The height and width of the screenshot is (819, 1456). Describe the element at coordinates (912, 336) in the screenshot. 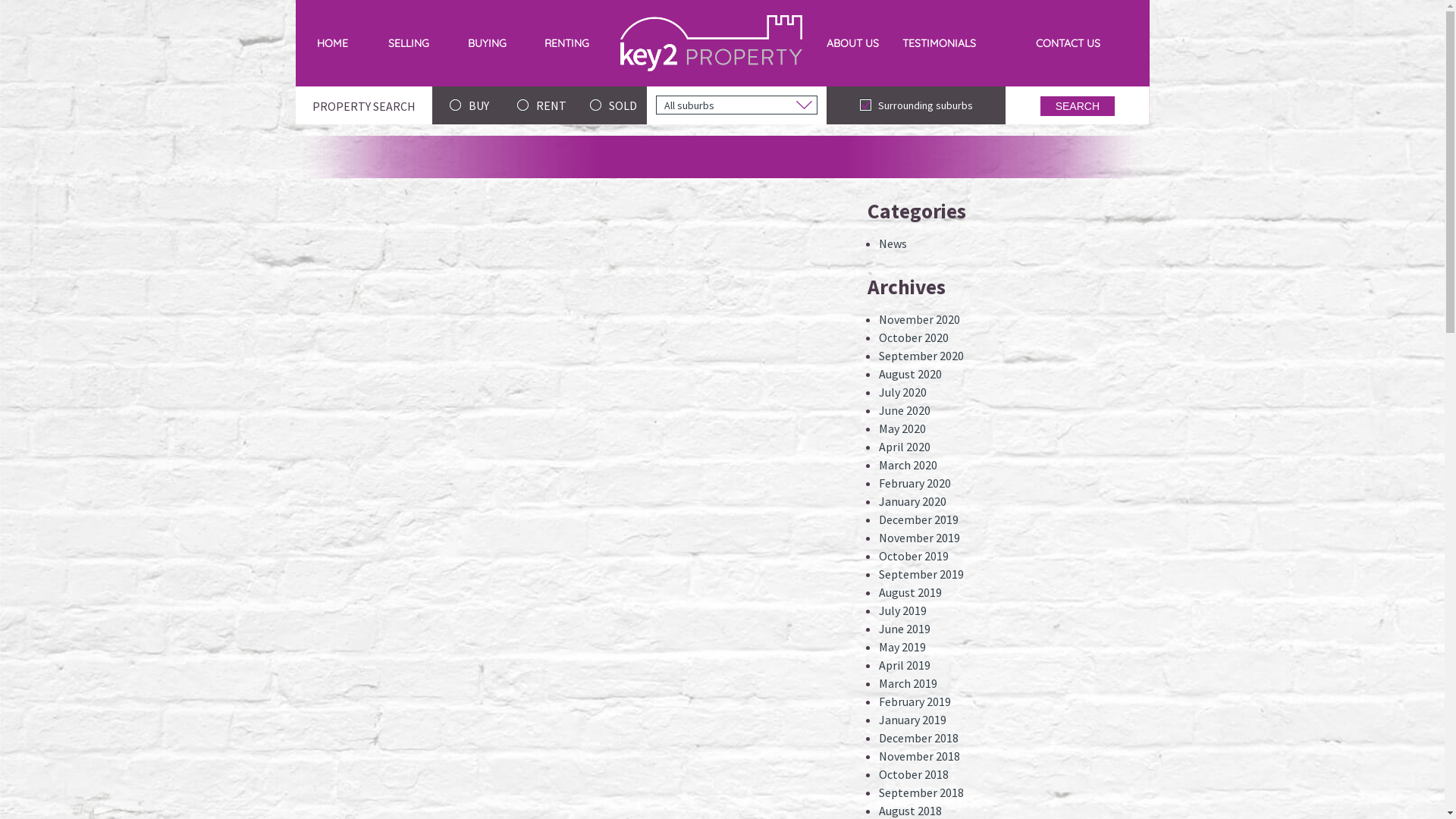

I see `'October 2020'` at that location.